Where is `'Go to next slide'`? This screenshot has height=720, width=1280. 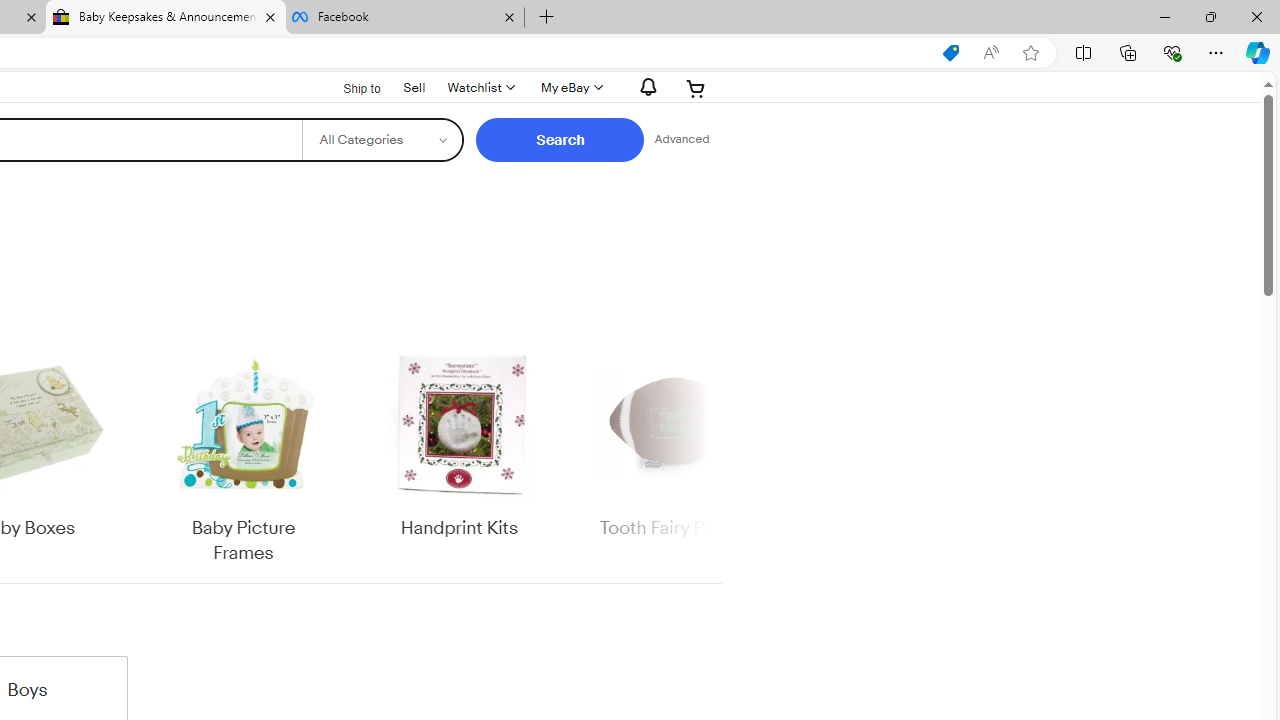
'Go to next slide' is located at coordinates (709, 455).